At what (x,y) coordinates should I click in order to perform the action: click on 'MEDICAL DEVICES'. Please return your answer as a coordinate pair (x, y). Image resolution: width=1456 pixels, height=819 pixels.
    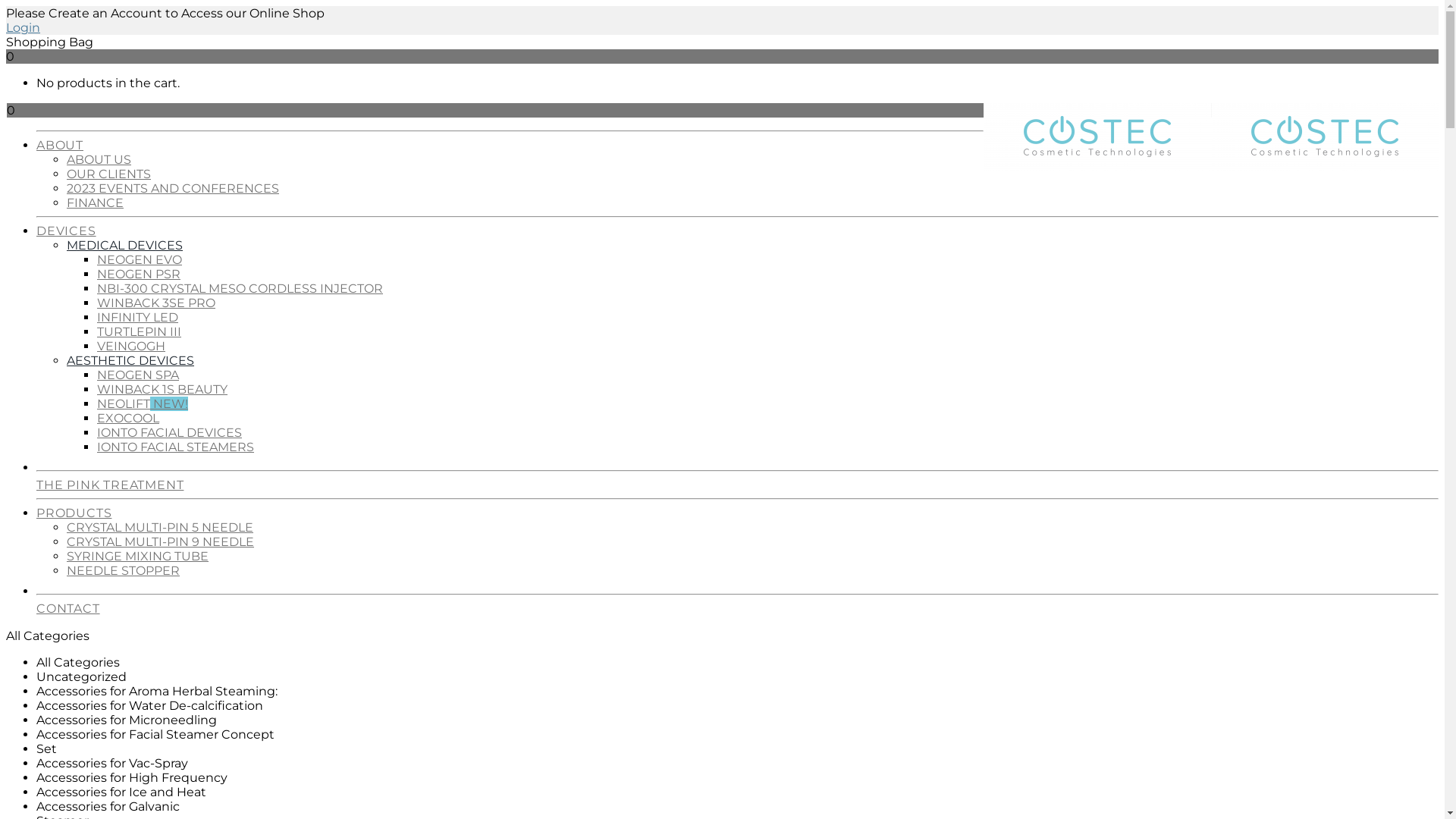
    Looking at the image, I should click on (124, 244).